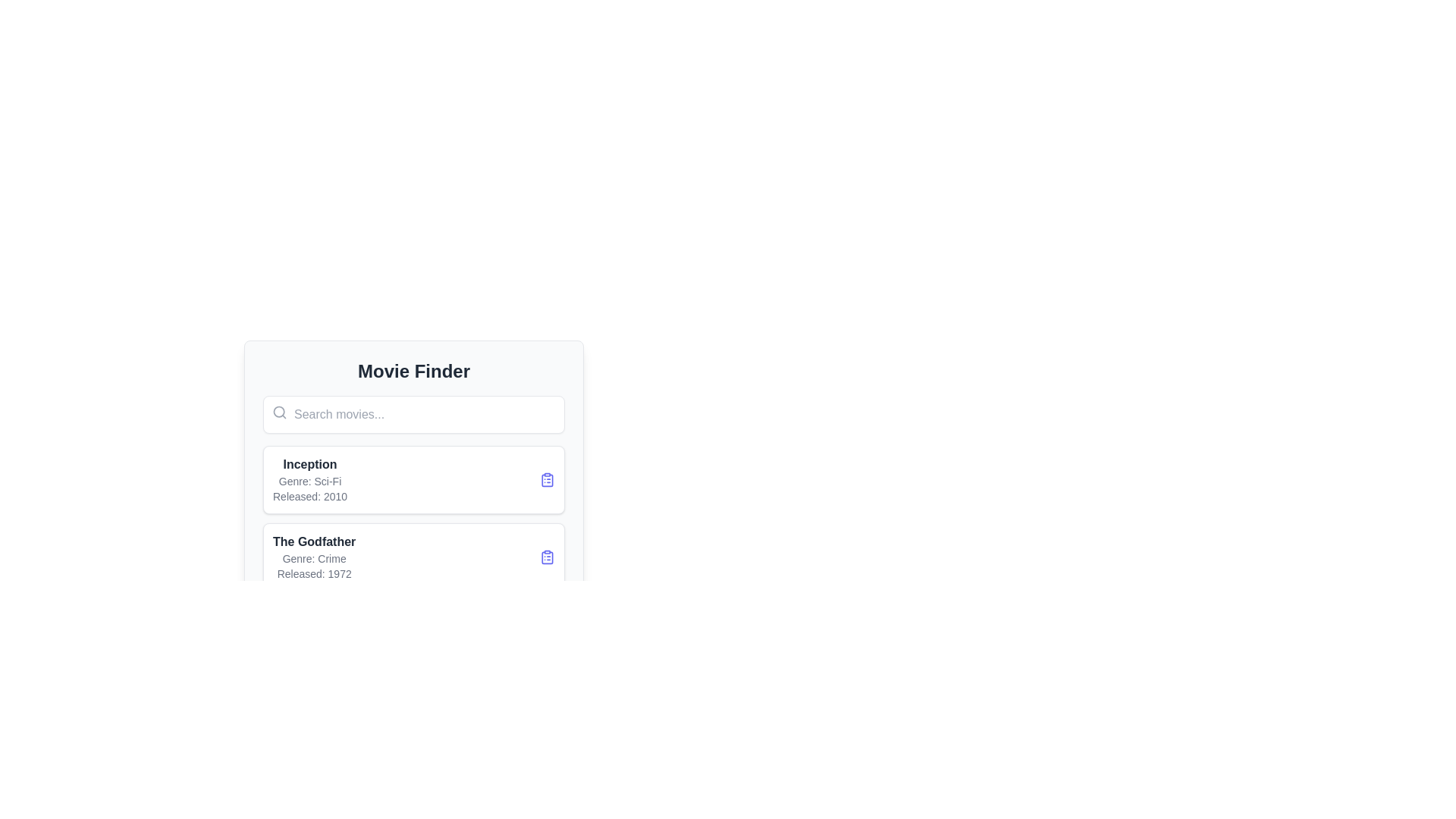  Describe the element at coordinates (309, 479) in the screenshot. I see `information displayed in the Text Block that provides details about the movie, including its title, genre, and release year, located in the first row of the movie search interface under the 'Movie Finder' heading` at that location.